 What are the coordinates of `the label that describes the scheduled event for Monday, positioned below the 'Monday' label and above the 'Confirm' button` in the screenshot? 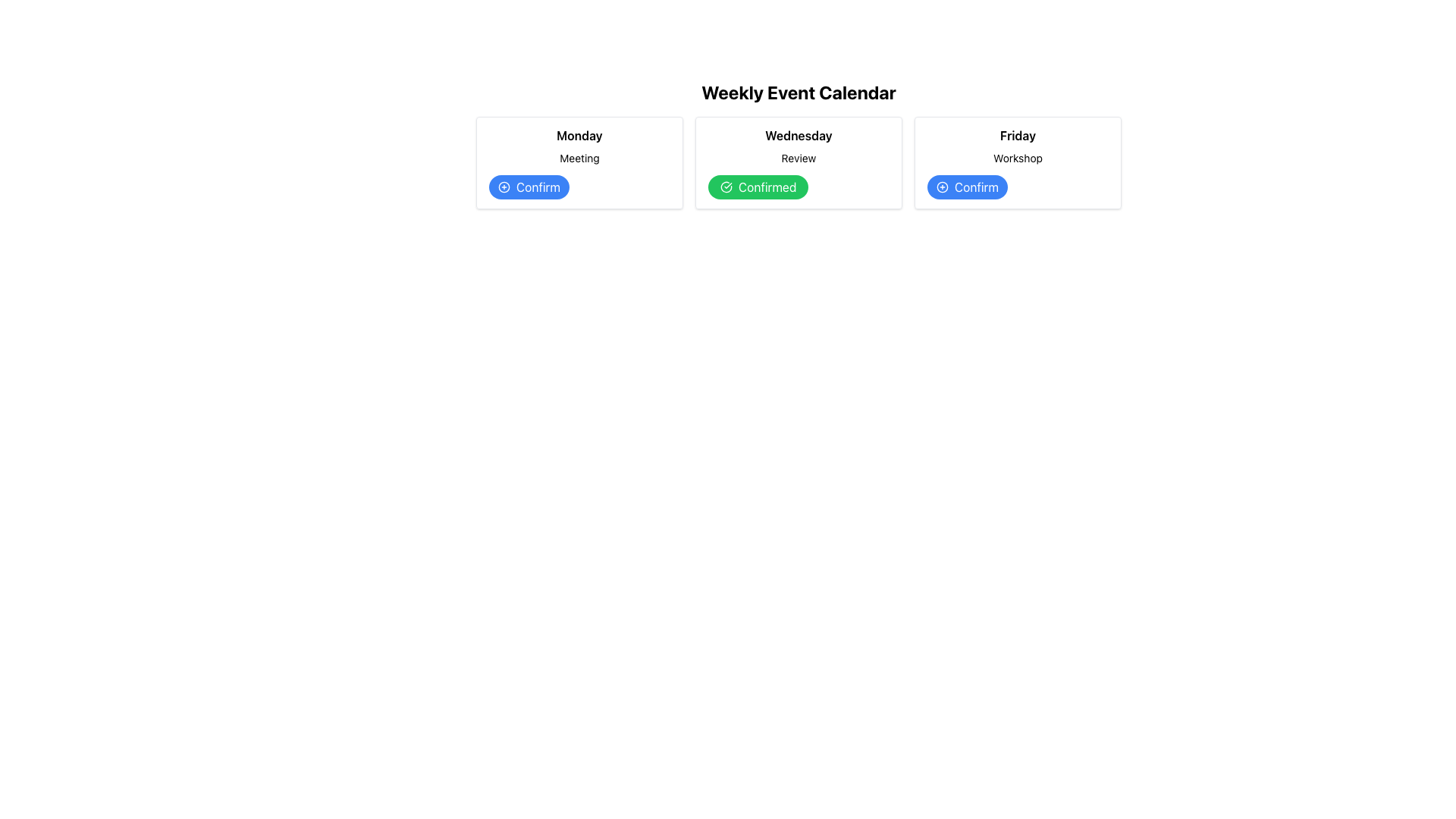 It's located at (579, 158).